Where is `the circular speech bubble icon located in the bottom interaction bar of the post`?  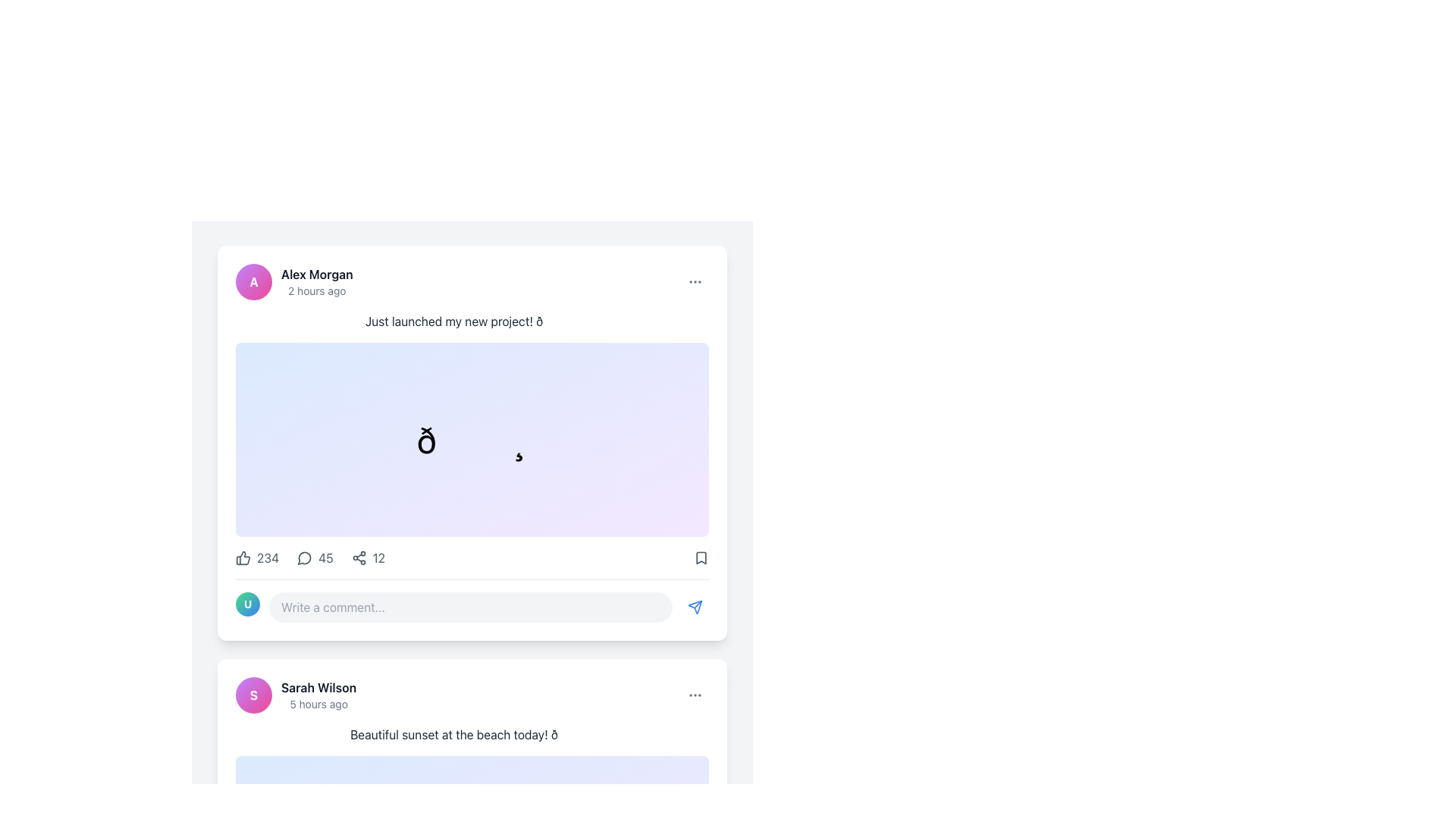 the circular speech bubble icon located in the bottom interaction bar of the post is located at coordinates (304, 558).